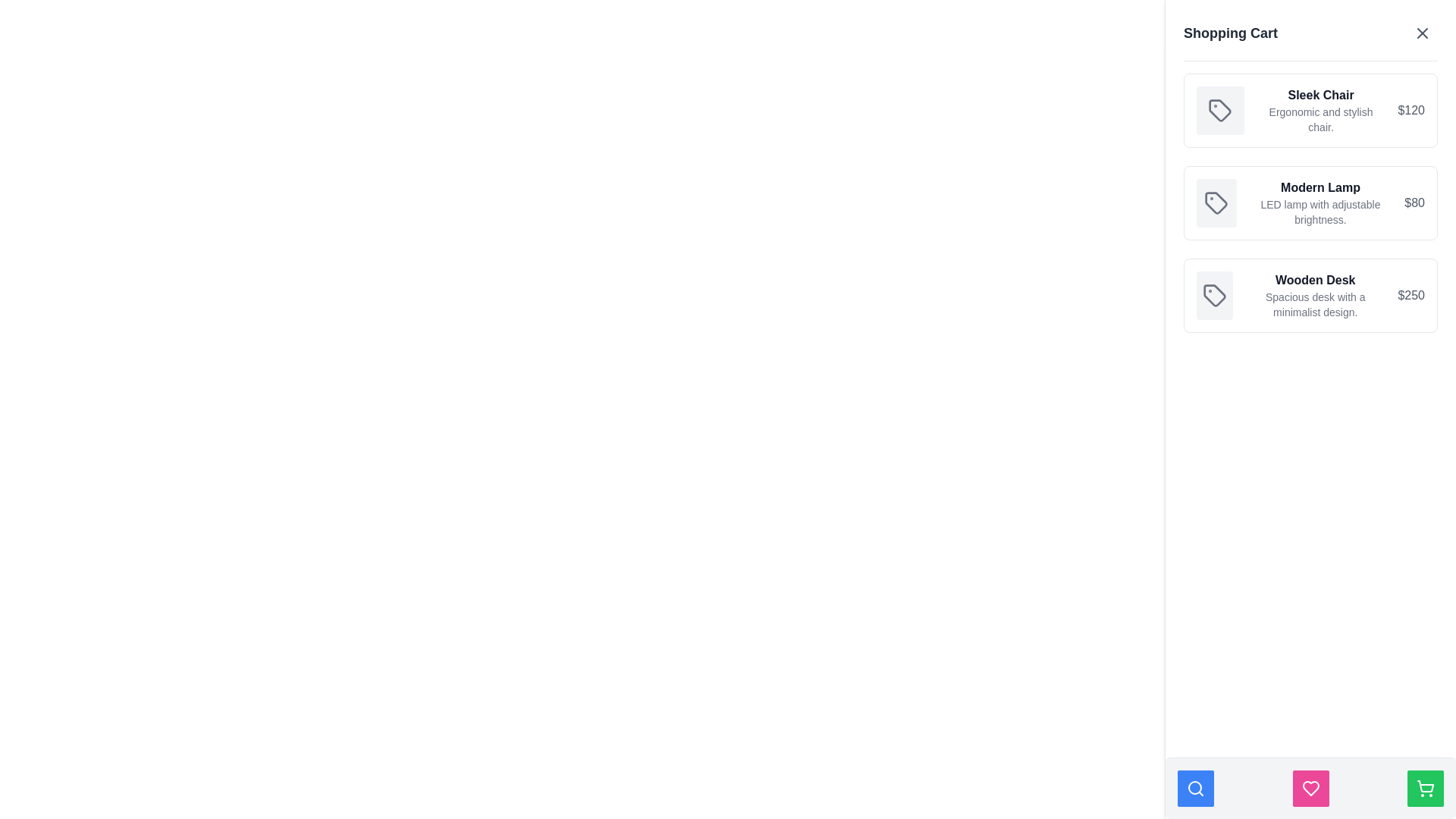 The image size is (1456, 819). Describe the element at coordinates (1422, 33) in the screenshot. I see `the close button (styled as an SVG icon) located in the top-right corner of the 'Shopping Cart' section` at that location.